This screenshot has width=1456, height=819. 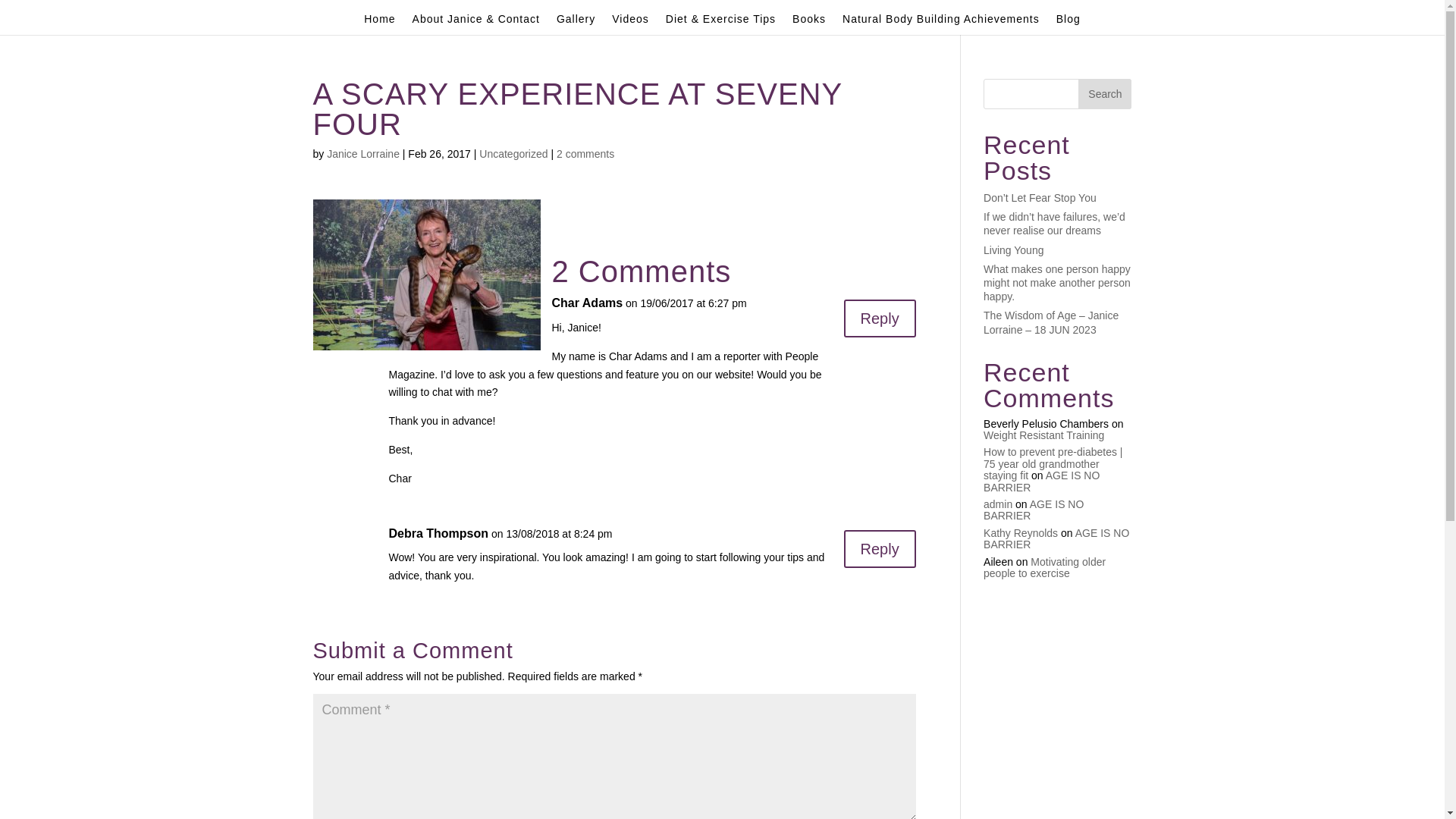 I want to click on 'Weight Resistant Training', so click(x=1043, y=435).